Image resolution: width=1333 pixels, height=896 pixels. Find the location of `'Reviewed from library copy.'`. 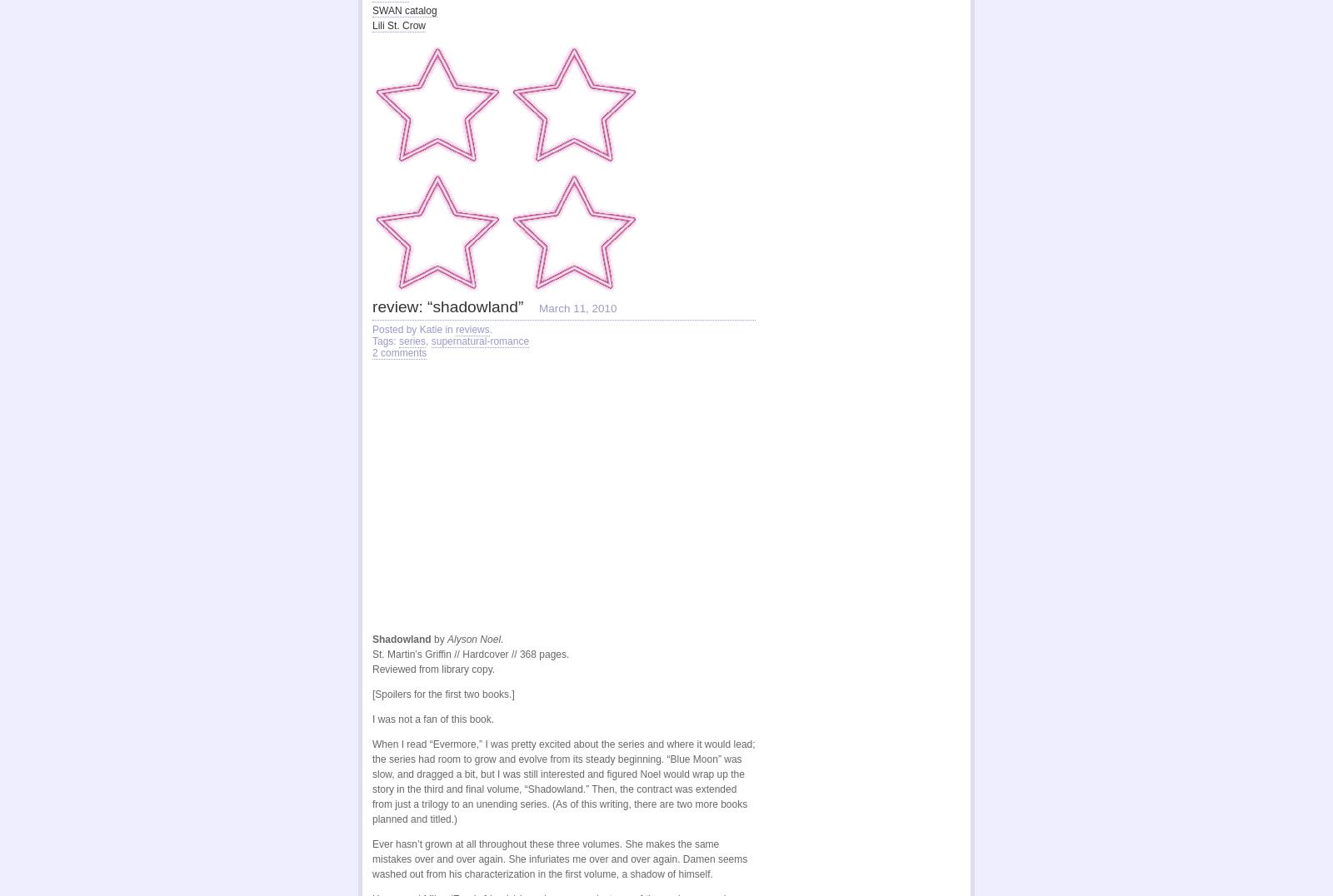

'Reviewed from library copy.' is located at coordinates (432, 669).